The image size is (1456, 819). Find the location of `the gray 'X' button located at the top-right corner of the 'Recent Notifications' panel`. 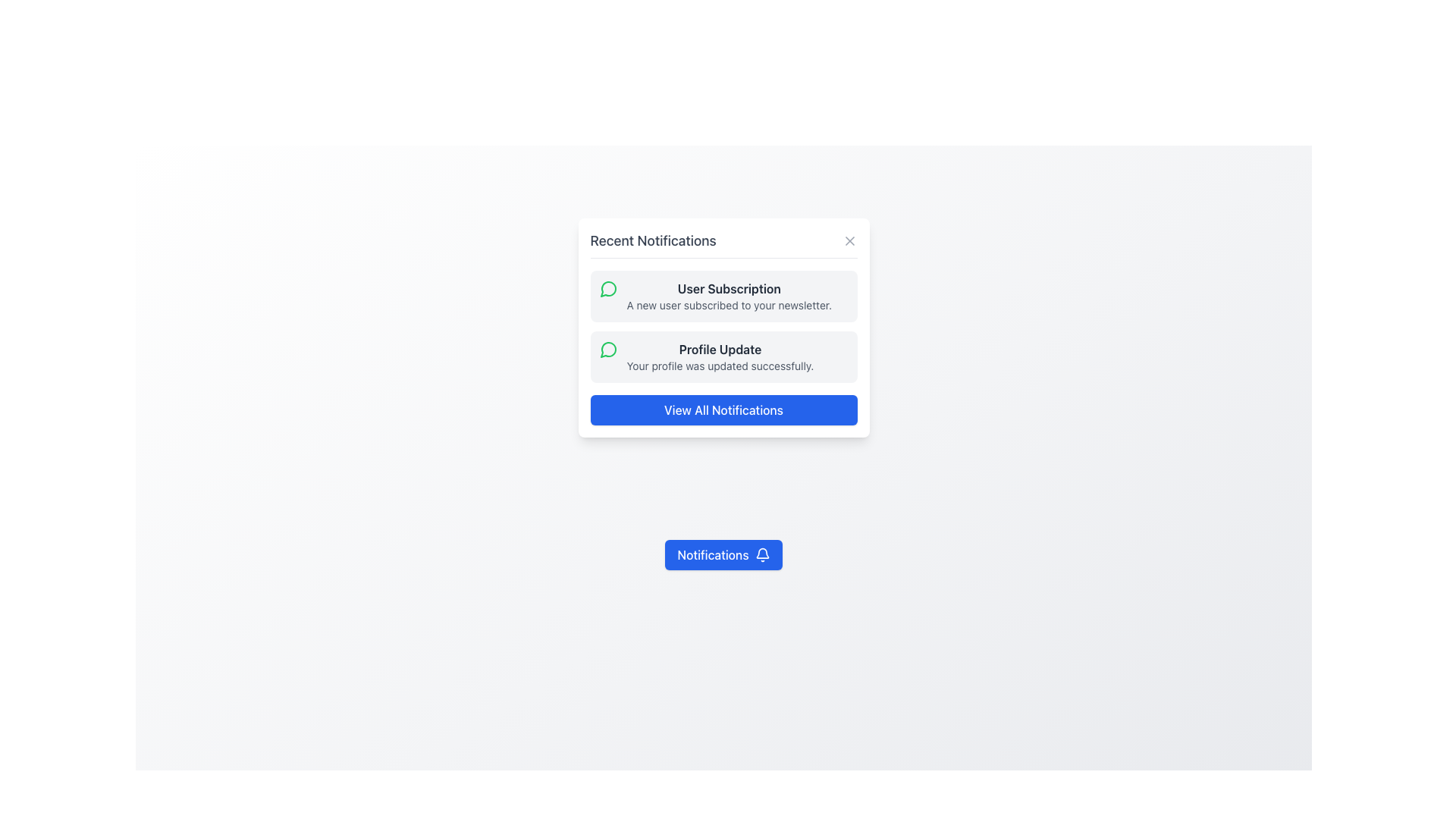

the gray 'X' button located at the top-right corner of the 'Recent Notifications' panel is located at coordinates (849, 240).